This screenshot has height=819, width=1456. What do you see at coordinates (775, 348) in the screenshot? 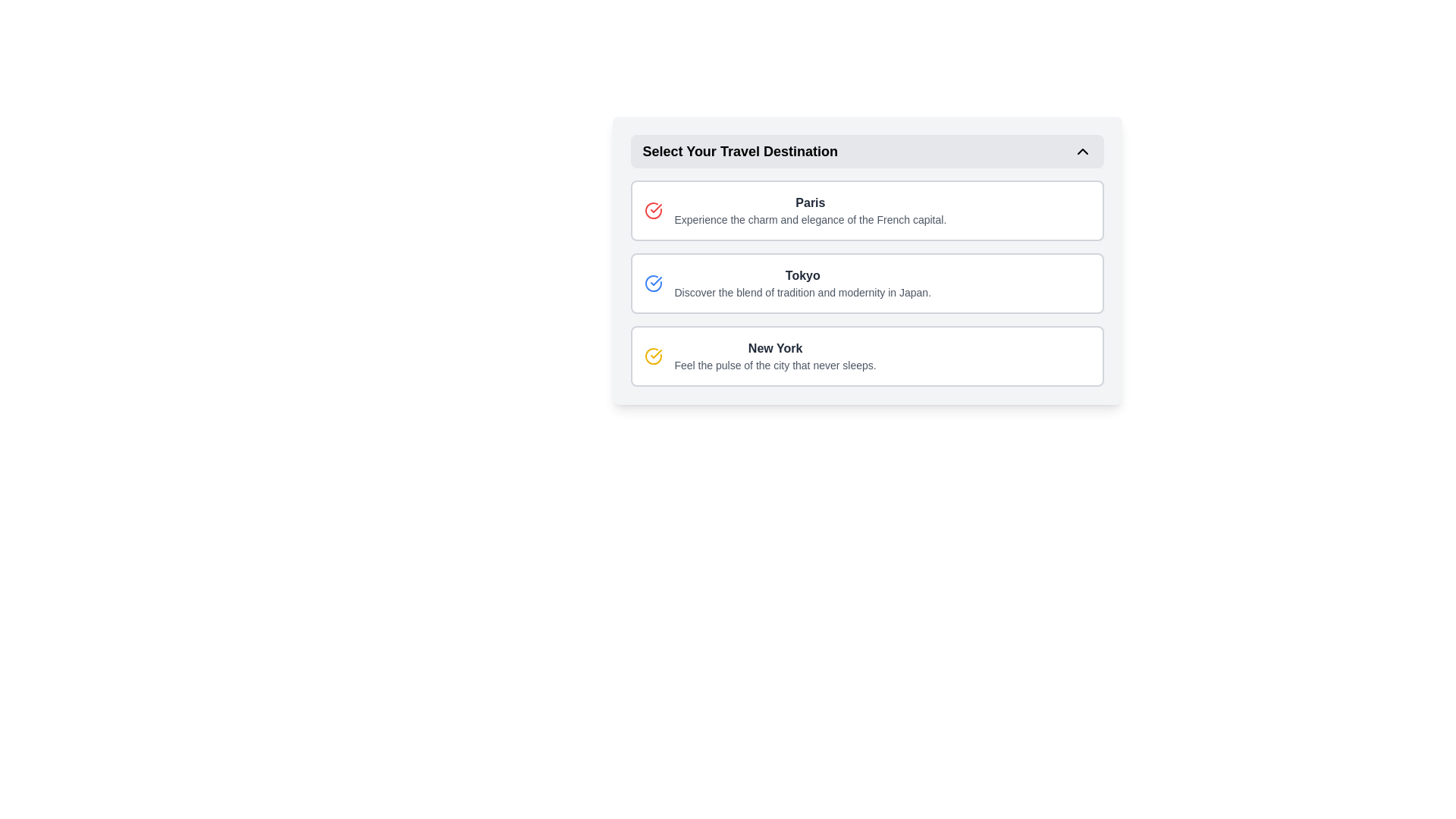
I see `the text 'New York'` at bounding box center [775, 348].